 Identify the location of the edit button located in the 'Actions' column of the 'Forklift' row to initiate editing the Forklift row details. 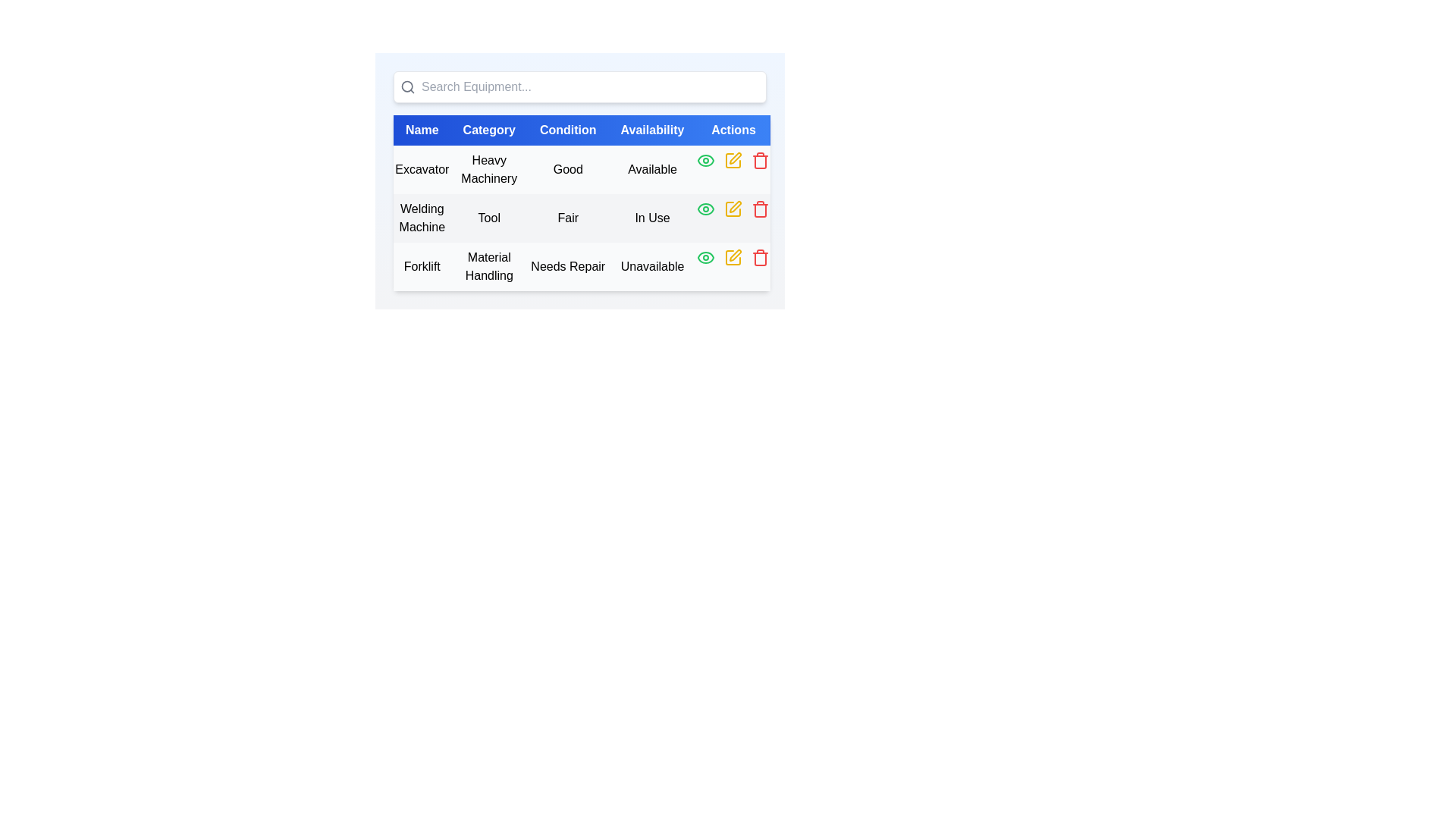
(736, 254).